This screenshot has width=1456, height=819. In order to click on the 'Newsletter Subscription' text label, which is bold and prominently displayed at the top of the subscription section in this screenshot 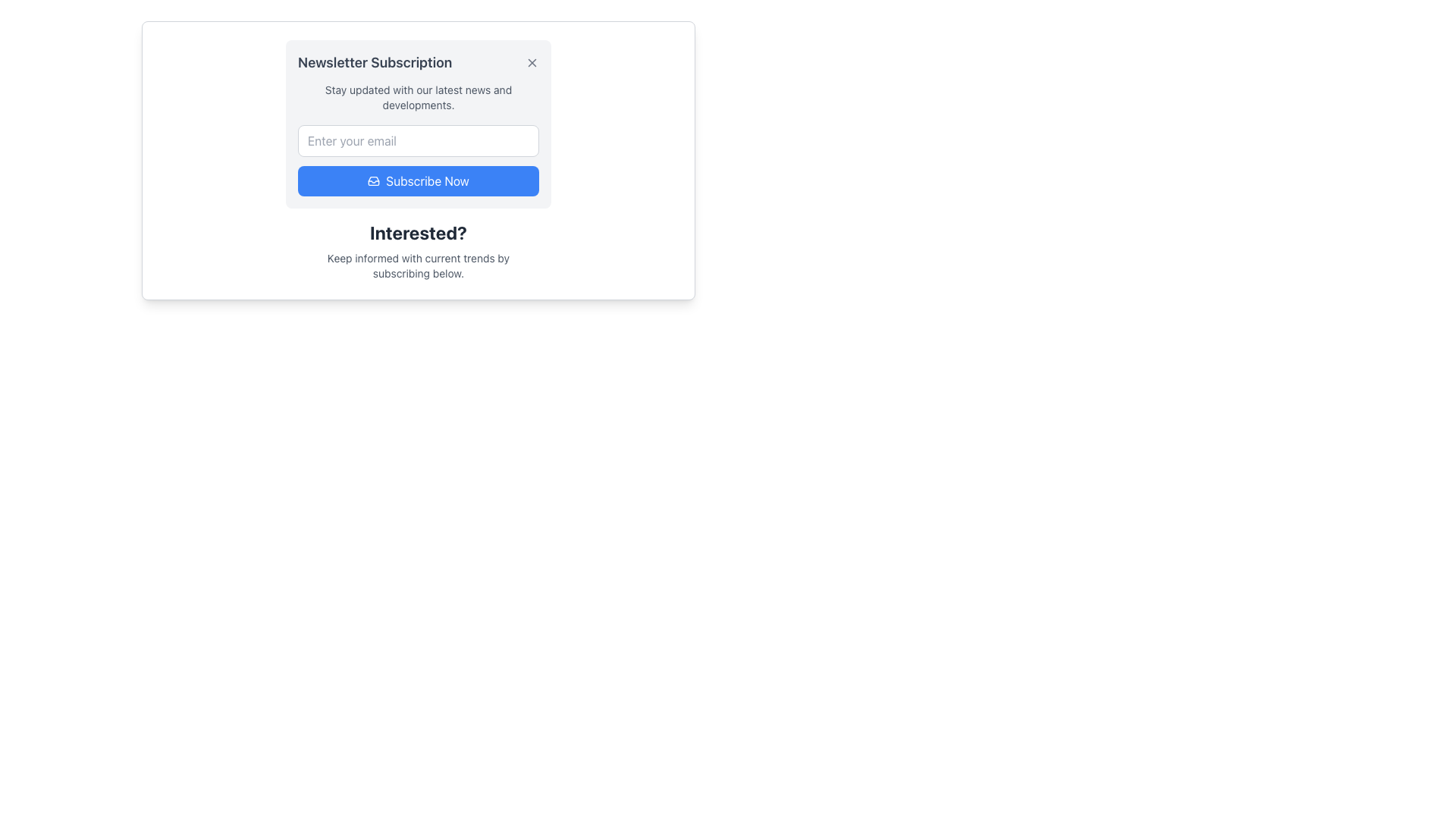, I will do `click(375, 62)`.